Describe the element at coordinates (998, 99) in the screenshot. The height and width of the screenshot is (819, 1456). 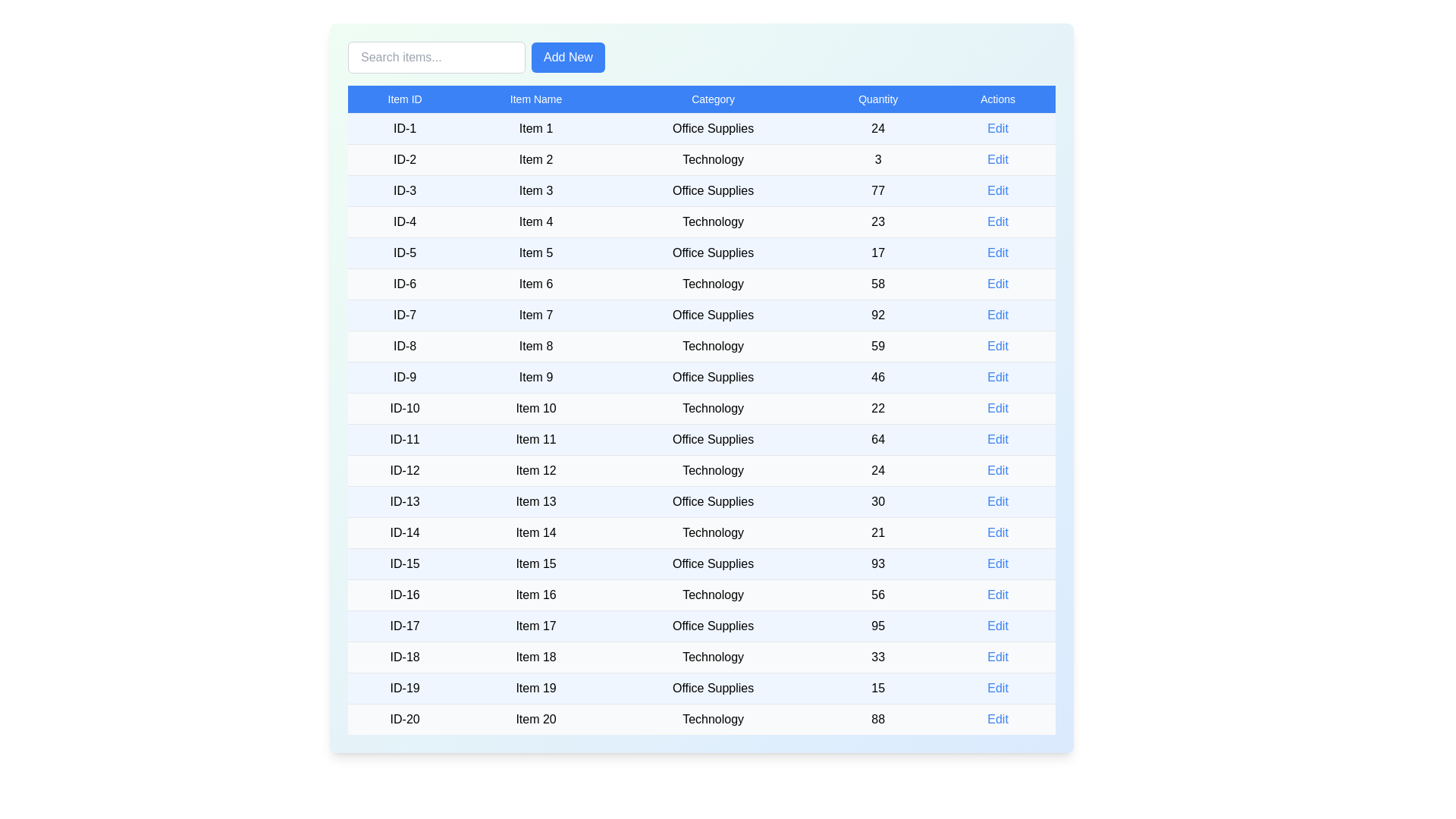
I see `the column header Actions to sort the table by that column` at that location.